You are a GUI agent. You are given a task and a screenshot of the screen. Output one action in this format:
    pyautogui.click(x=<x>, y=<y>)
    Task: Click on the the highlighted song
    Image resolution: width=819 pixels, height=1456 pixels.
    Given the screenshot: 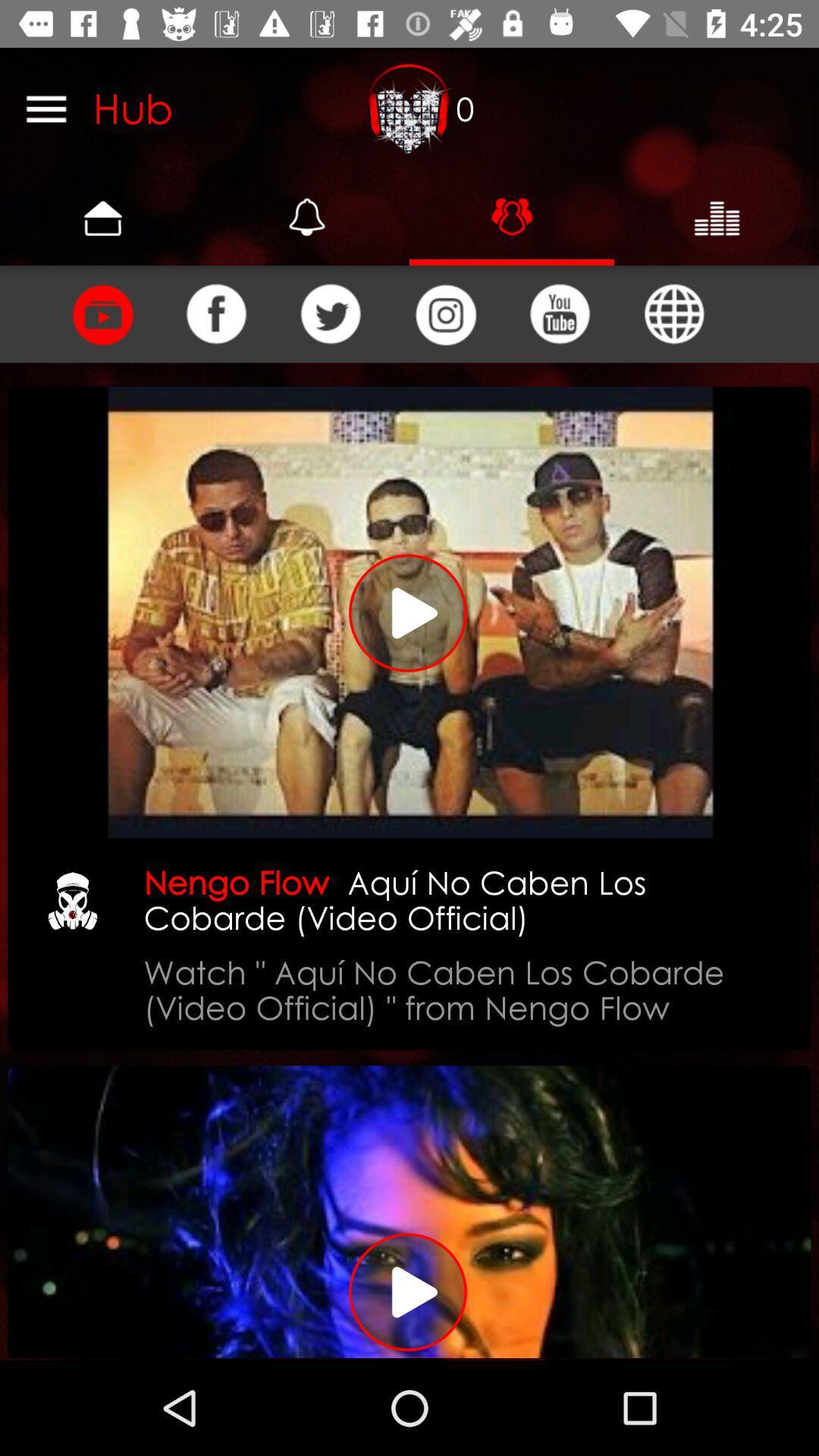 What is the action you would take?
    pyautogui.click(x=409, y=612)
    